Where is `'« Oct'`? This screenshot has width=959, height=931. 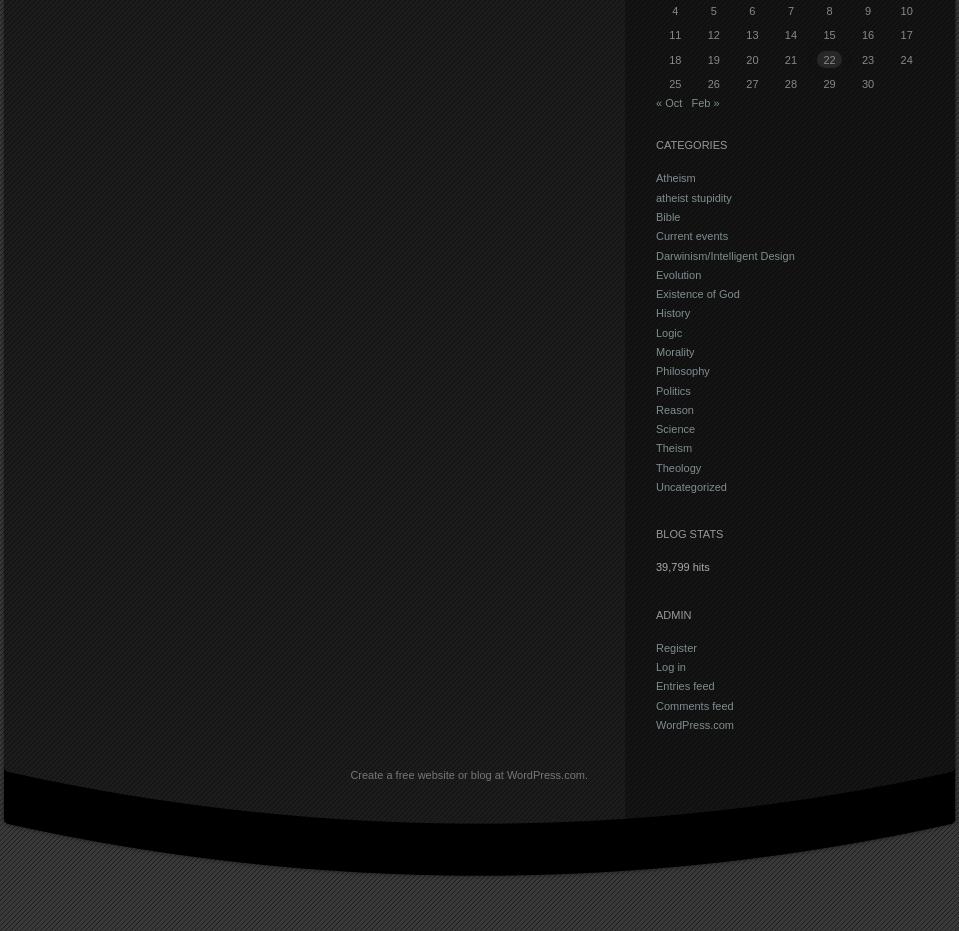
'« Oct' is located at coordinates (668, 102).